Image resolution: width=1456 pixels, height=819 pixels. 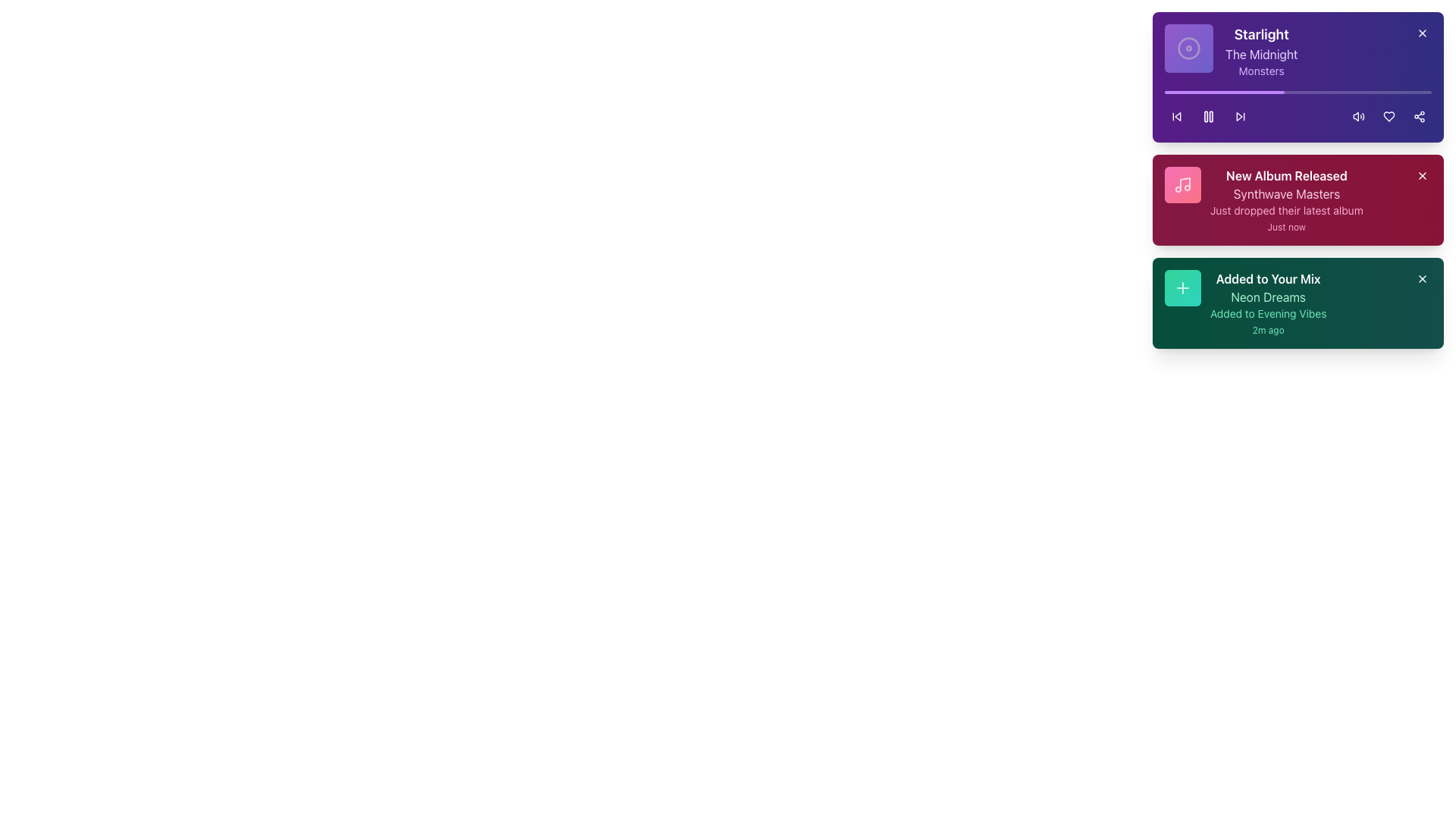 I want to click on the pink music note icon on the left side of the 'New Album Released' card in the vertical notification list, so click(x=1182, y=184).